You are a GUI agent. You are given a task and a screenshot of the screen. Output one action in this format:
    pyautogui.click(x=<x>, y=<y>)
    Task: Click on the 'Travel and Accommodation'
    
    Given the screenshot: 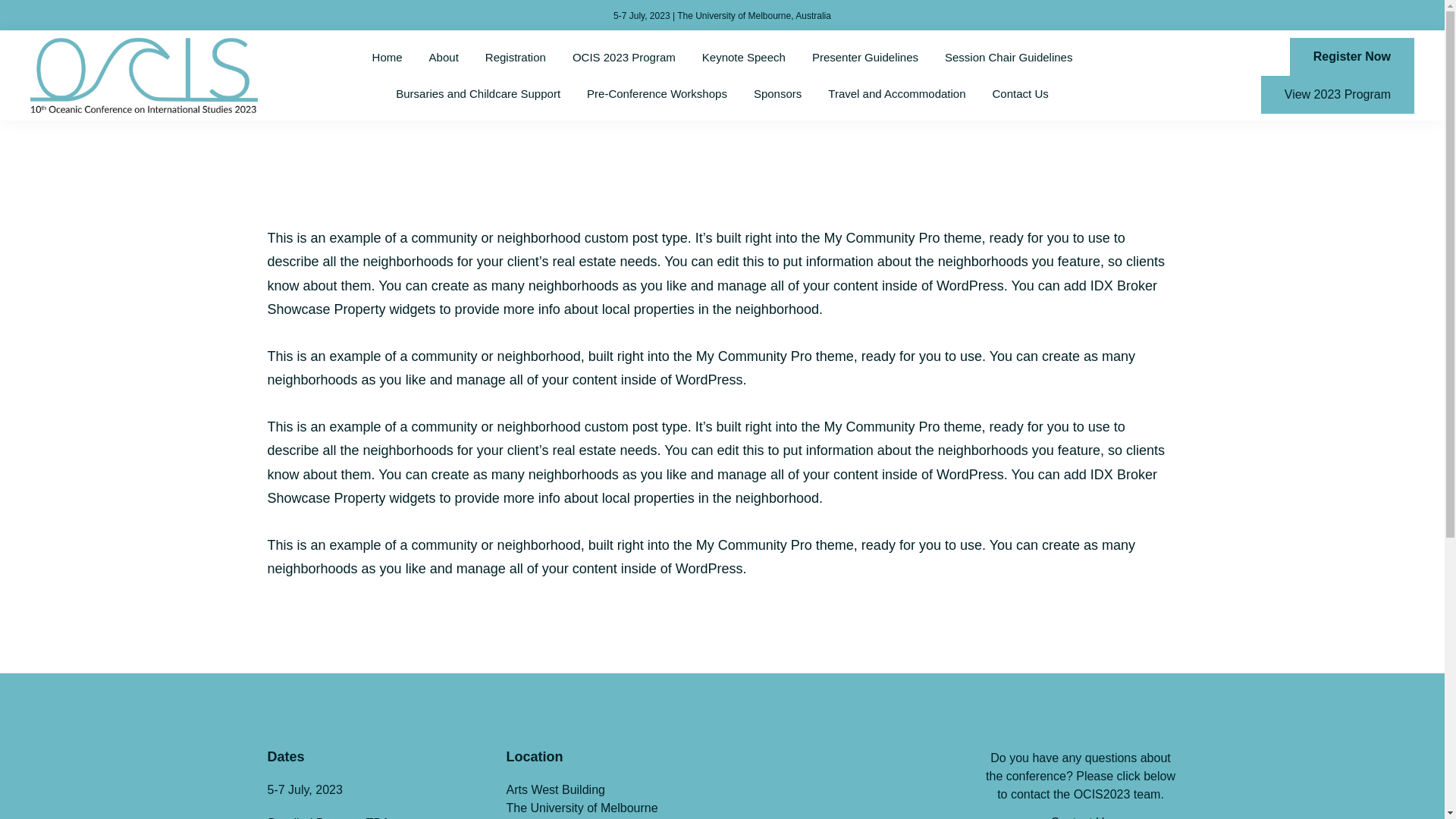 What is the action you would take?
    pyautogui.click(x=896, y=93)
    